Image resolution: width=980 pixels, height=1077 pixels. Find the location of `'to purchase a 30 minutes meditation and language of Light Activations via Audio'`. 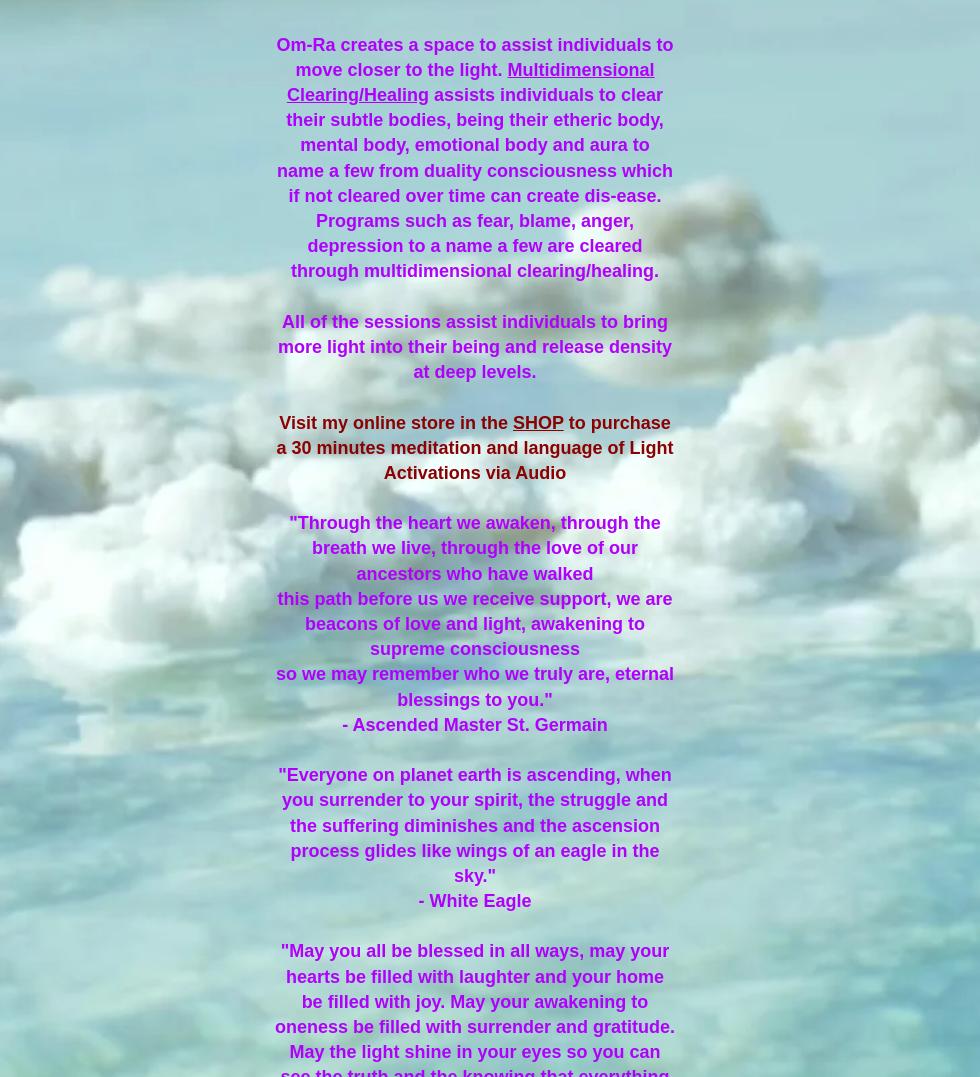

'to purchase a 30 minutes meditation and language of Light Activations via Audio' is located at coordinates (474, 445).